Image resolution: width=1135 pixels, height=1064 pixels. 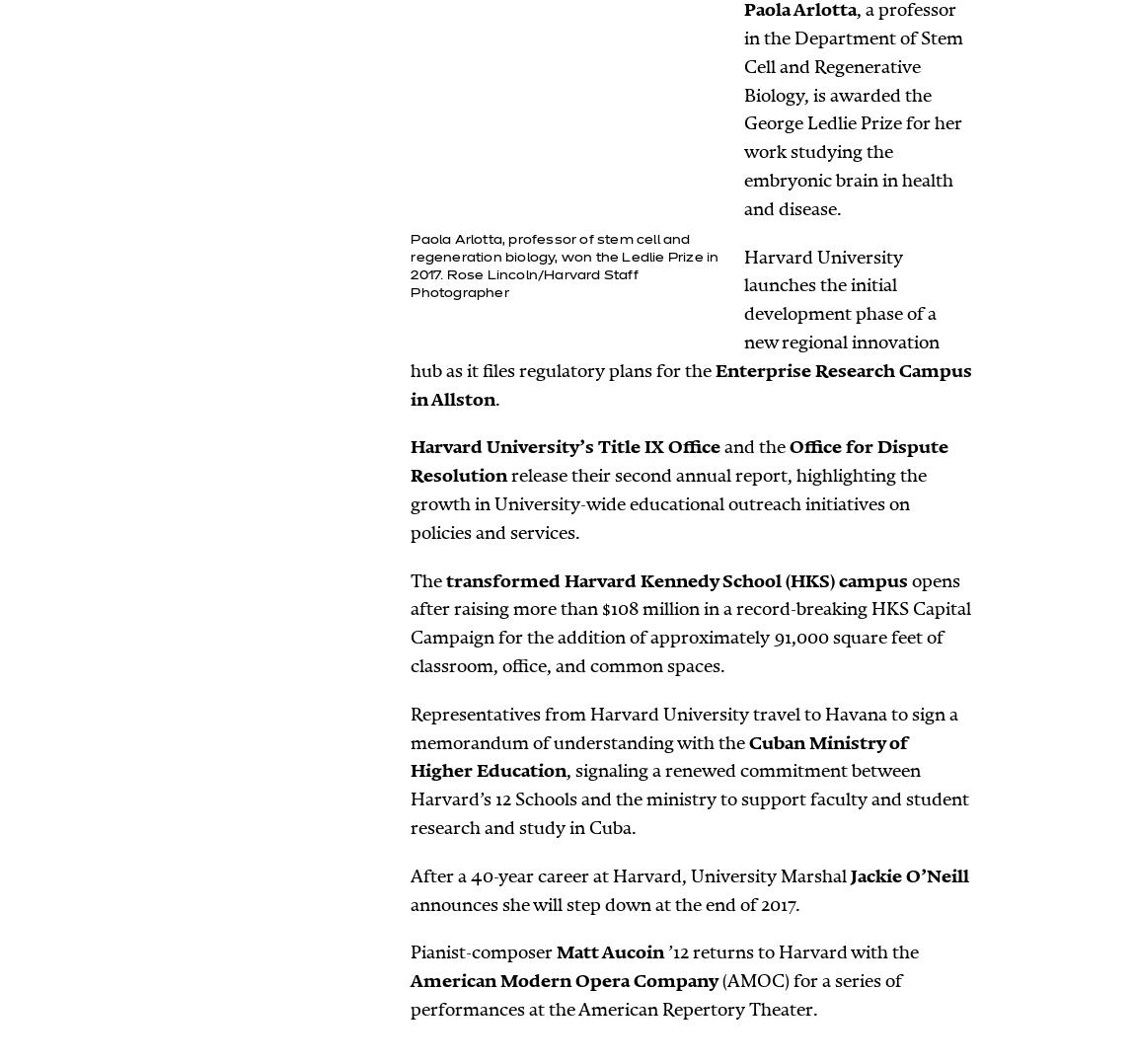 What do you see at coordinates (690, 383) in the screenshot?
I see `'Enterprise Research Campus in Allston'` at bounding box center [690, 383].